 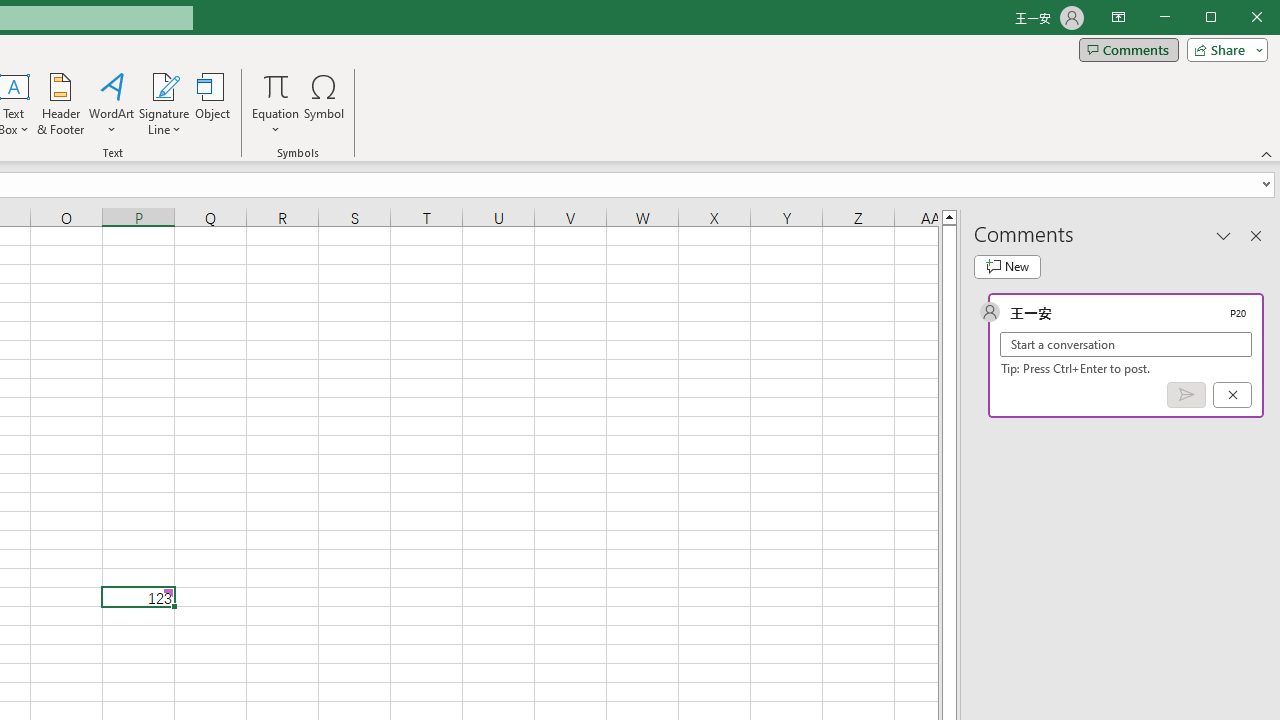 I want to click on 'Equation', so click(x=274, y=104).